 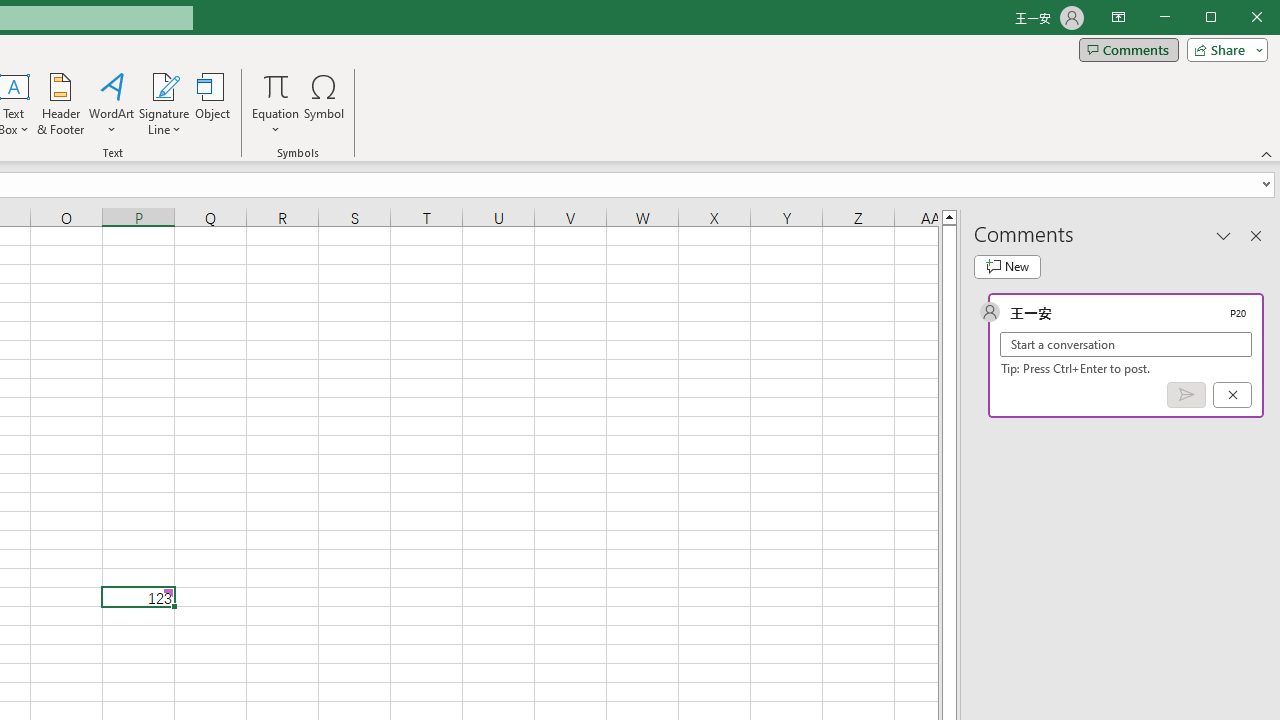 I want to click on 'Equation', so click(x=274, y=104).